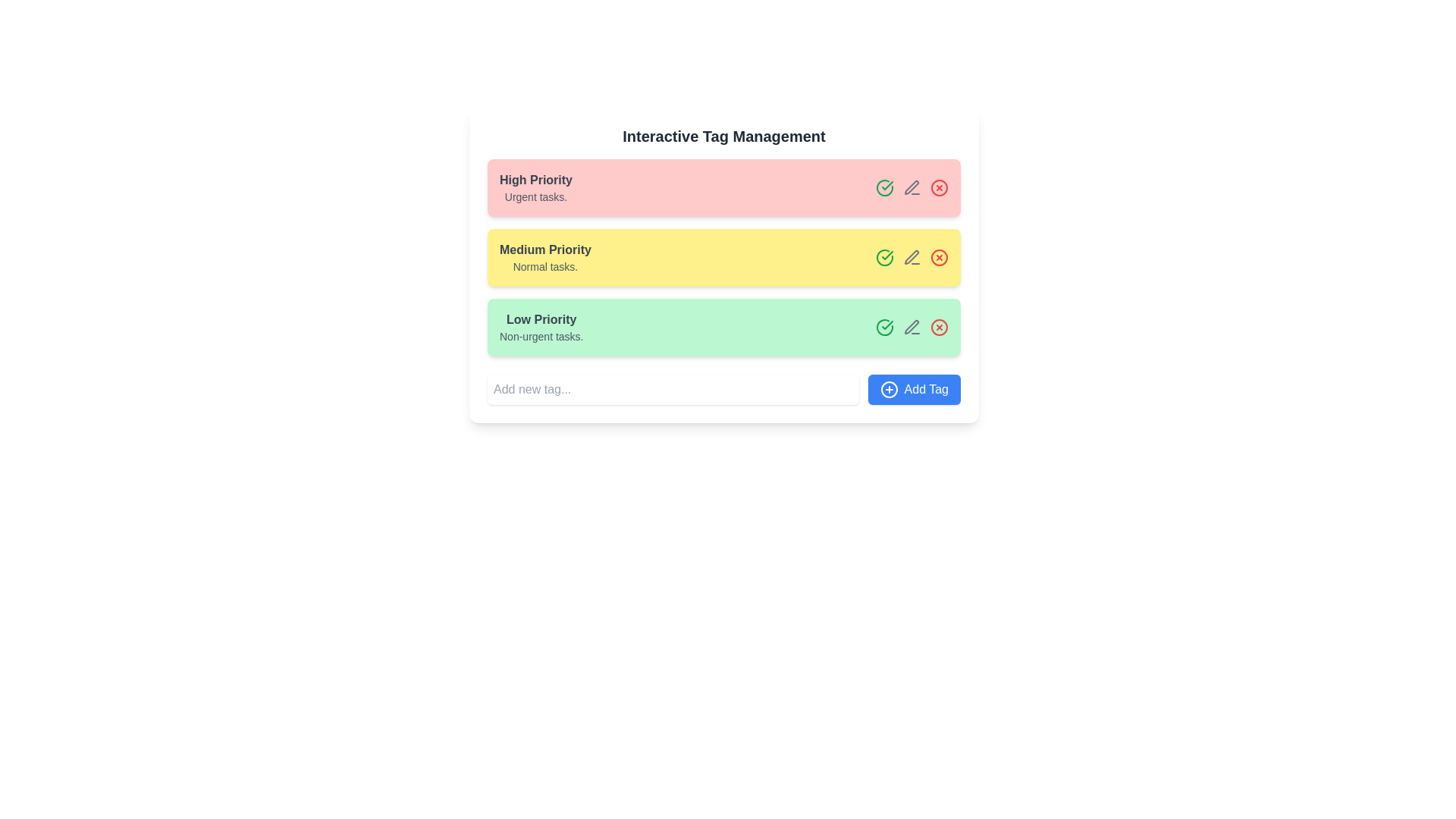  What do you see at coordinates (535, 196) in the screenshot?
I see `the static text that provides additional context for the 'High Priority' category, located in the pink-shaded area directly below the 'High Priority' heading` at bounding box center [535, 196].